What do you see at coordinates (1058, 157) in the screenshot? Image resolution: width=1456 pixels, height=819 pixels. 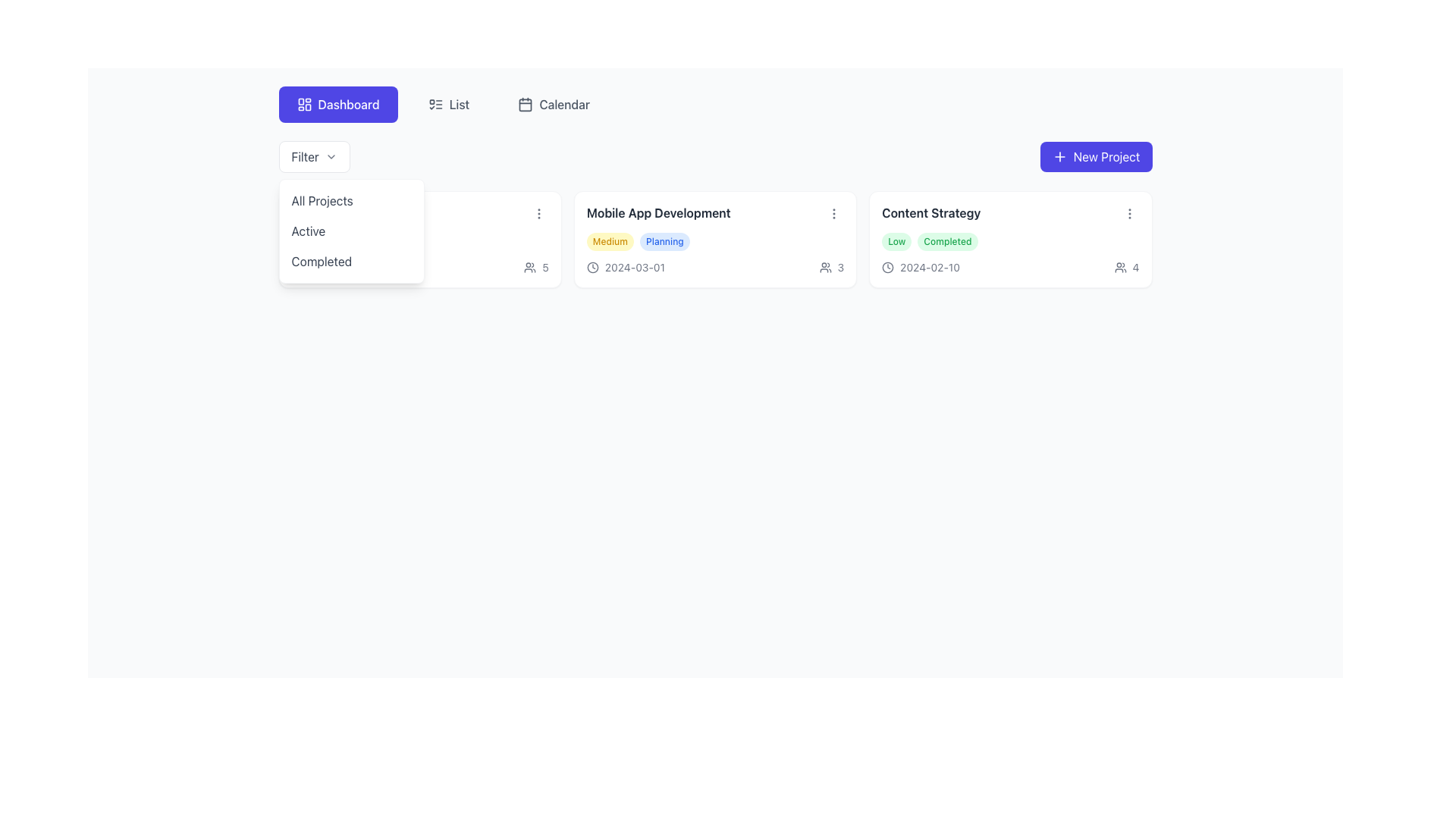 I see `the 'New Project' button icon located at the top-right corner of the interface, which has an indigo background and is associated with creating a new project` at bounding box center [1058, 157].